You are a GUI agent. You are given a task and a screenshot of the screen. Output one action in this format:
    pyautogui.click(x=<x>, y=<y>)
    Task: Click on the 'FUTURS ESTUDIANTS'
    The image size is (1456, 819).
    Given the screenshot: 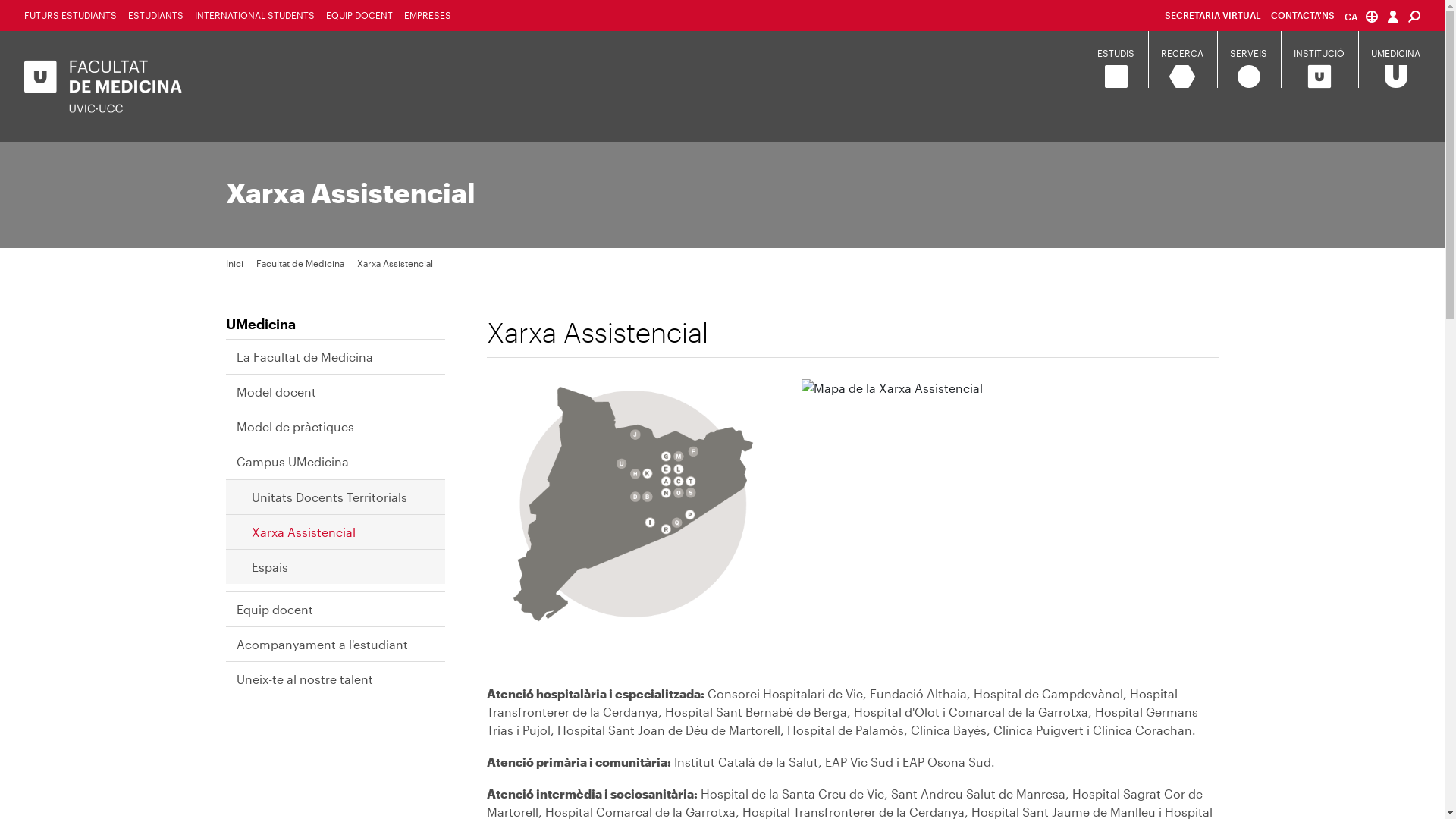 What is the action you would take?
    pyautogui.click(x=69, y=14)
    